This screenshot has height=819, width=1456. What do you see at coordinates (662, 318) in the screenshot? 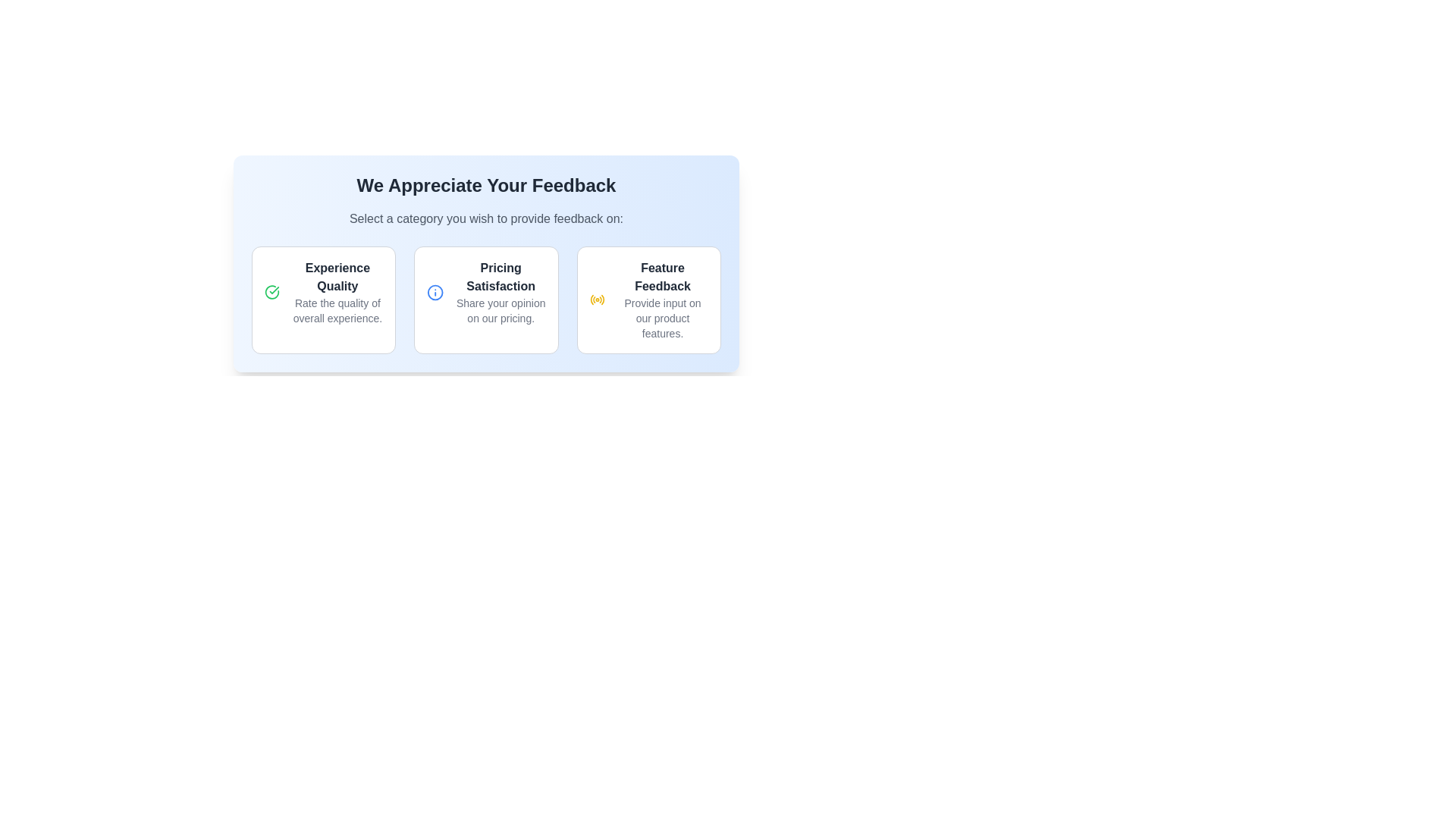
I see `the highlighted text element reading 'Provide input on our product features.' located beneath the 'Feature Feedback' title` at bounding box center [662, 318].